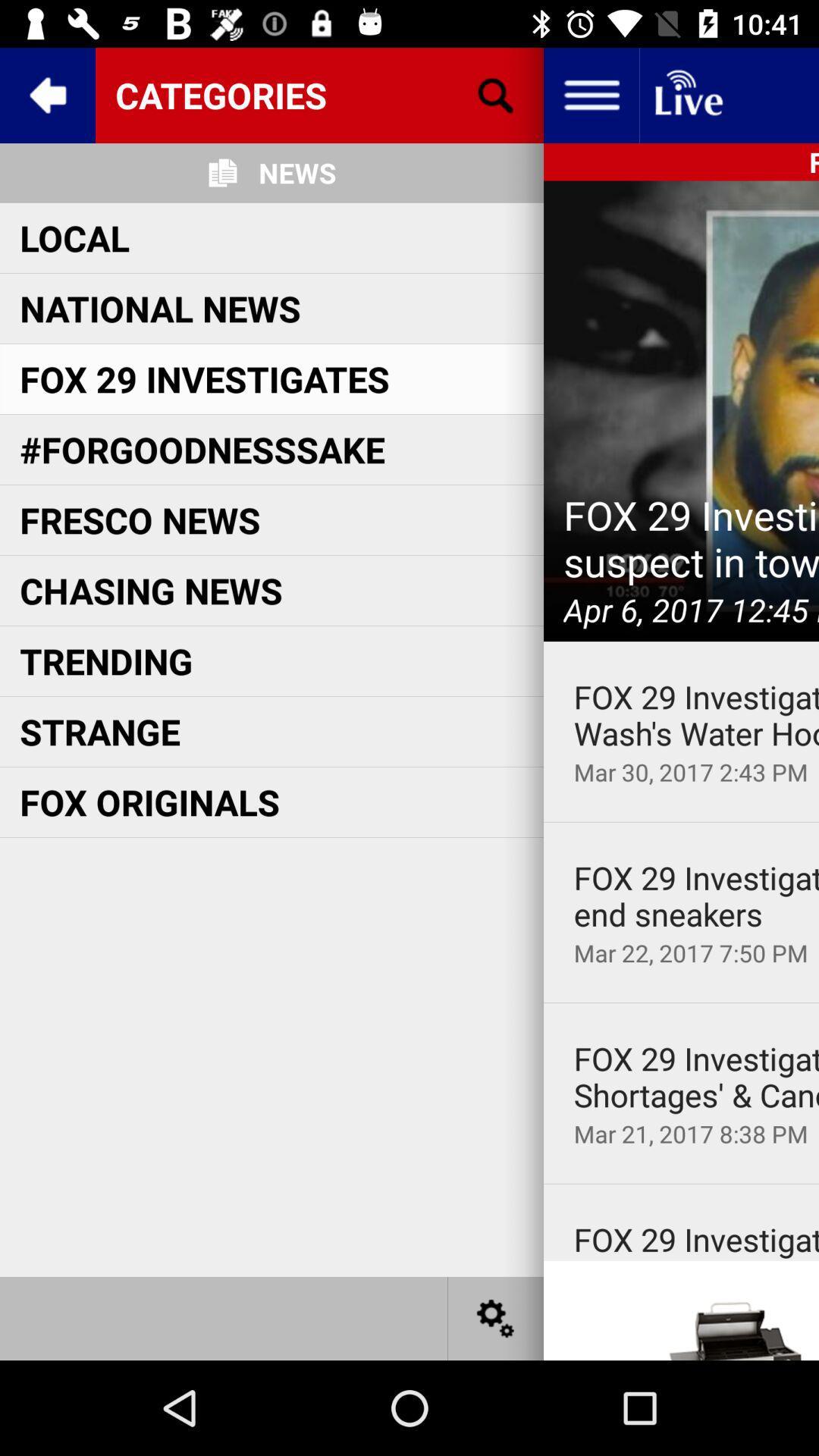 This screenshot has height=1456, width=819. I want to click on the arrow_backward icon, so click(46, 94).